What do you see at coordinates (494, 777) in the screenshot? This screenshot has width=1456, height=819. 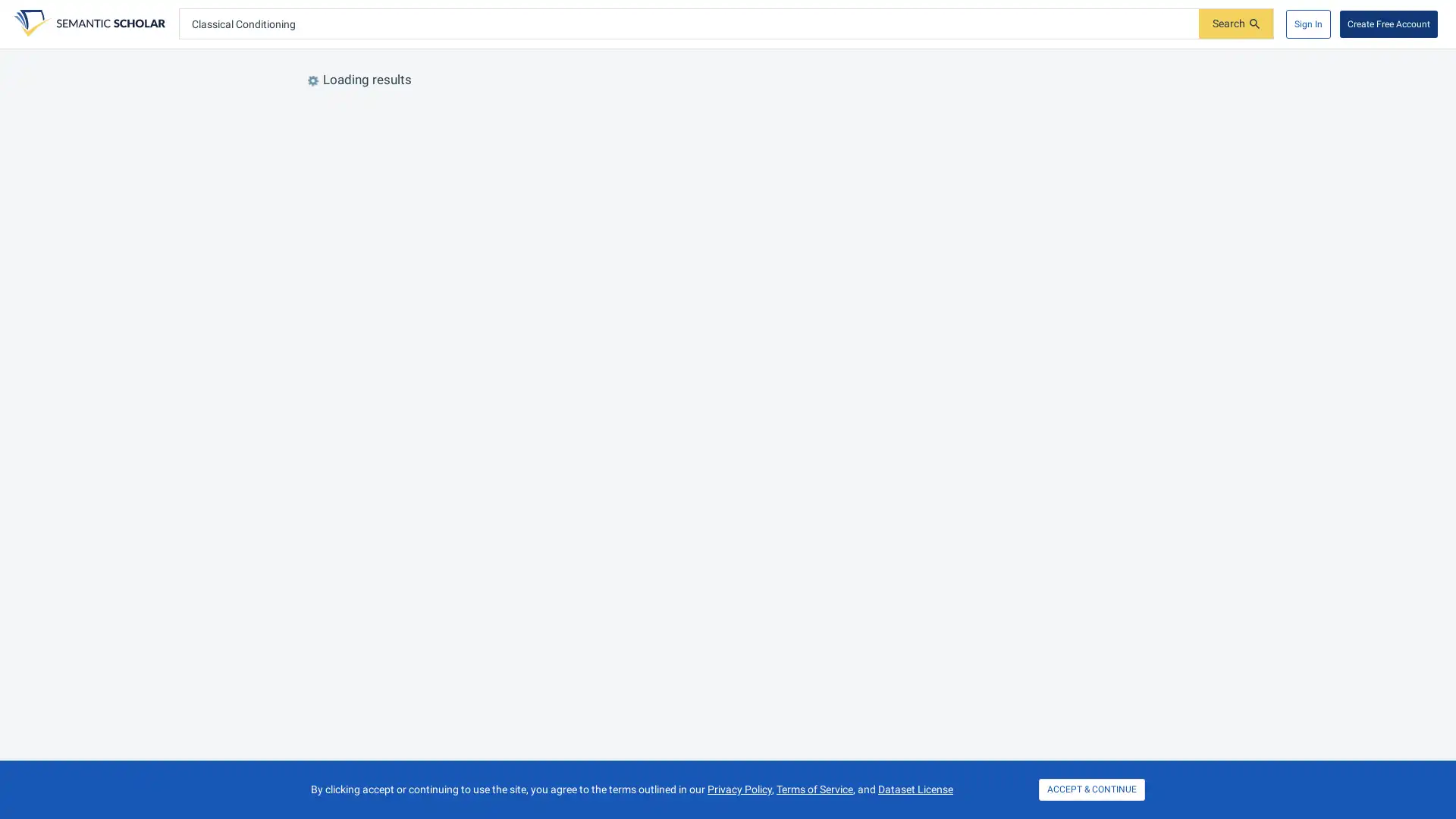 I see `Turn on email alert for this paper` at bounding box center [494, 777].